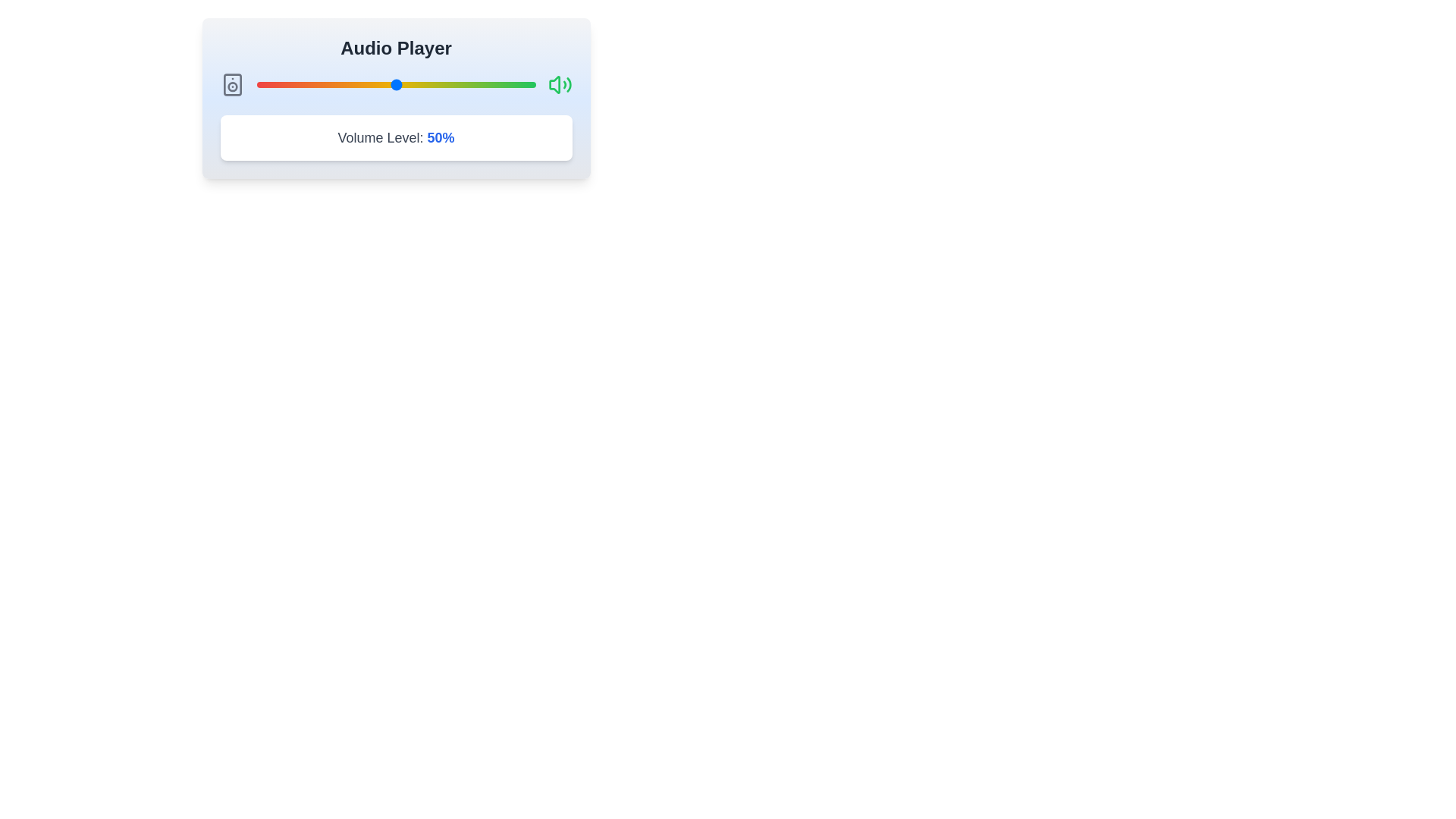  Describe the element at coordinates (437, 84) in the screenshot. I see `the volume slider to 65% by dragging the slider` at that location.